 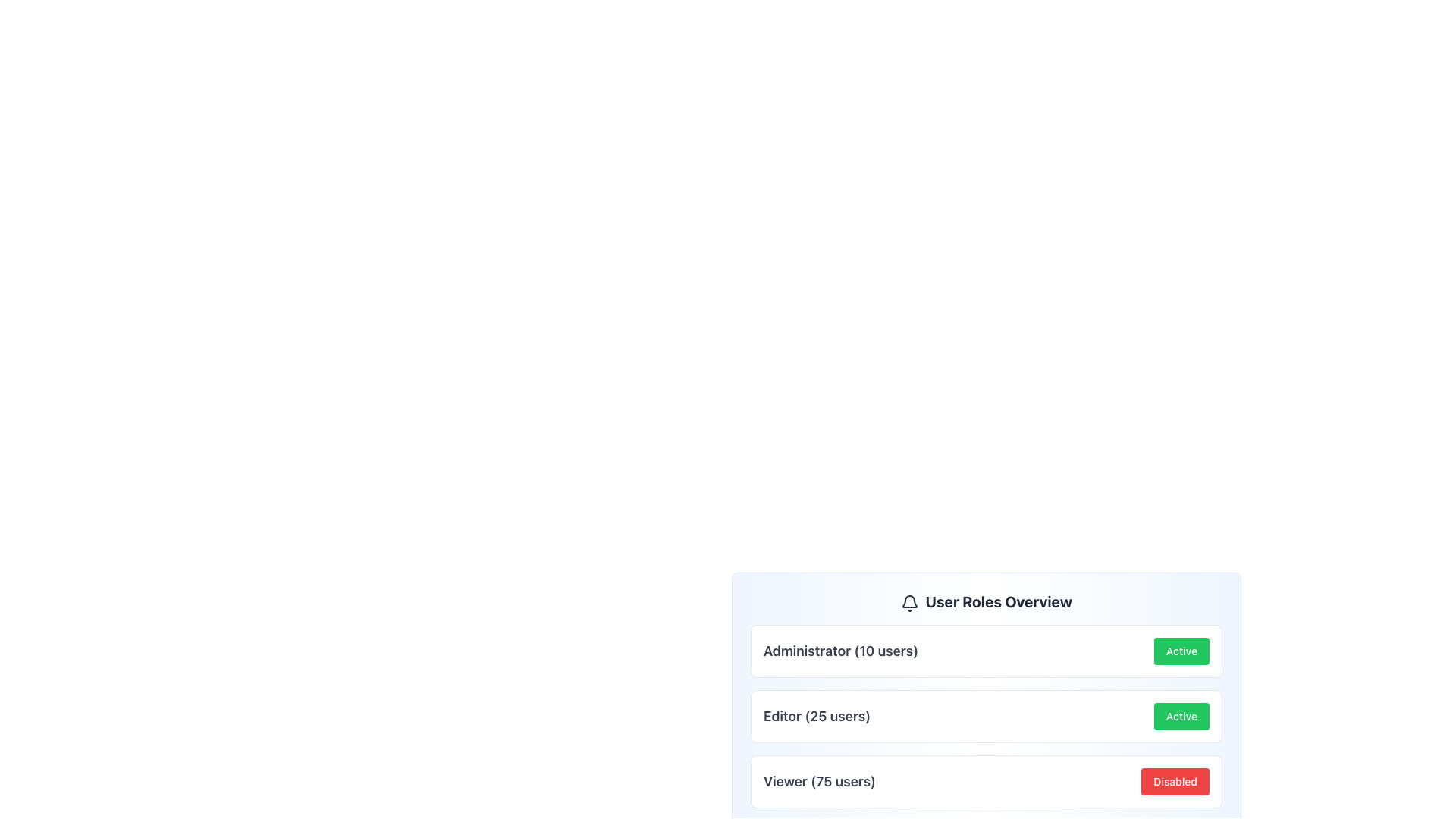 I want to click on the static label indicating the disabled status associated with the 'Viewer' role, which is positioned to the far right of 'Viewer (75 users)' text content, so click(x=1175, y=781).